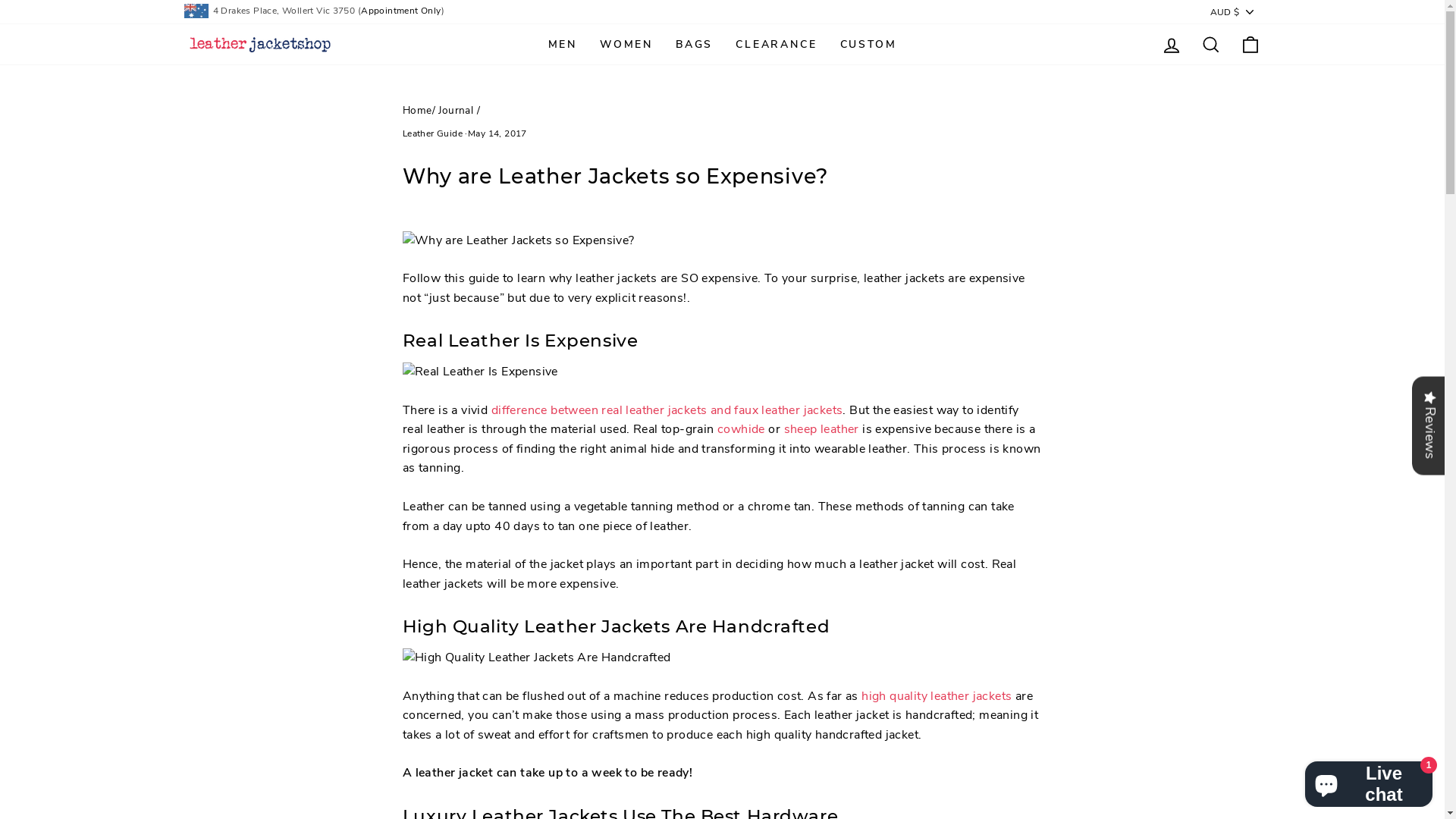  What do you see at coordinates (359, 11) in the screenshot?
I see `'Appointment Only'` at bounding box center [359, 11].